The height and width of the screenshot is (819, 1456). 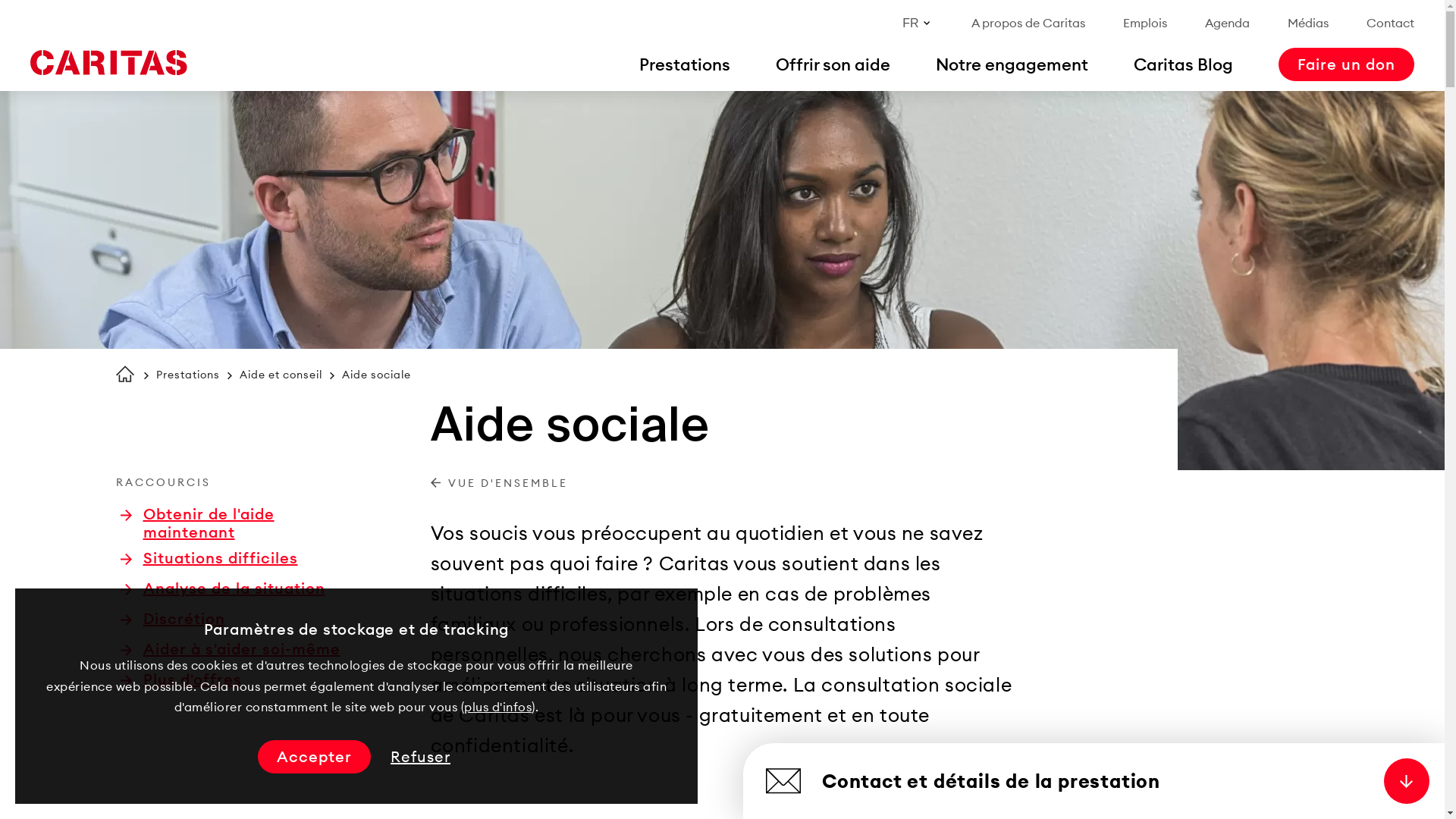 I want to click on 'A propos de Caritas', so click(x=1028, y=23).